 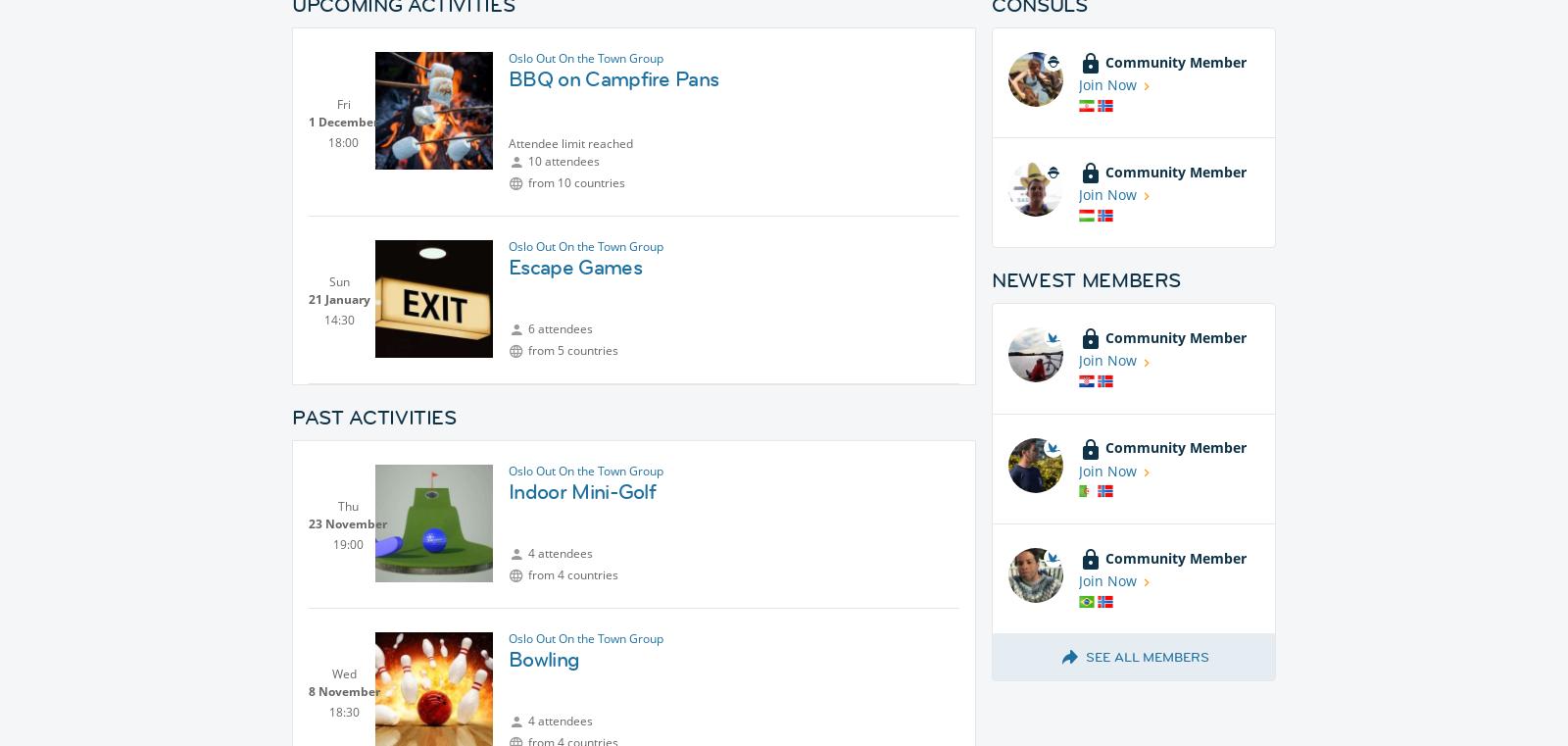 I want to click on 'BBQ on Campfire Pans', so click(x=612, y=78).